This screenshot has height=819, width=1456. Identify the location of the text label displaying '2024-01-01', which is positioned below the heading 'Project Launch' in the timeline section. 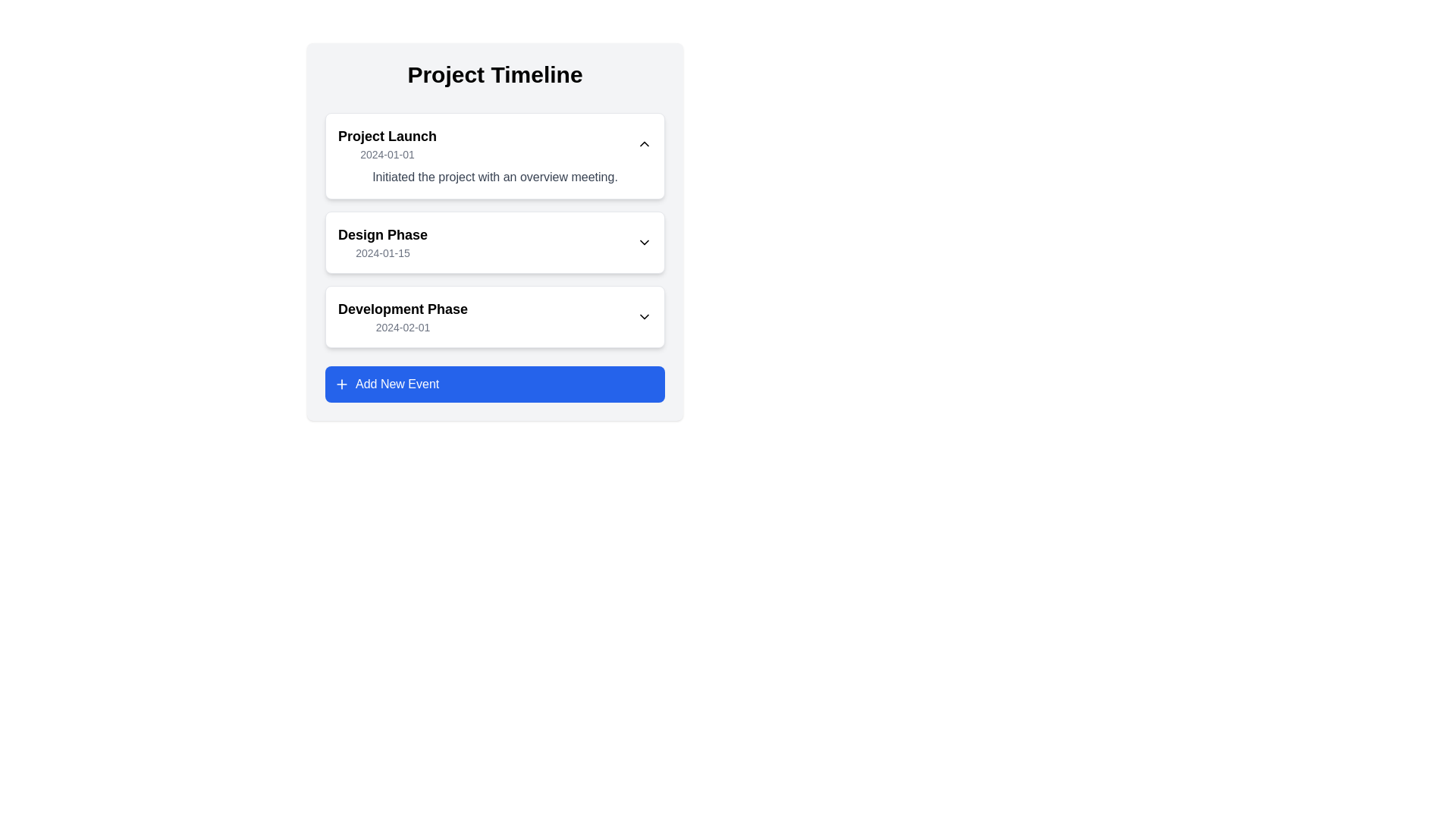
(388, 155).